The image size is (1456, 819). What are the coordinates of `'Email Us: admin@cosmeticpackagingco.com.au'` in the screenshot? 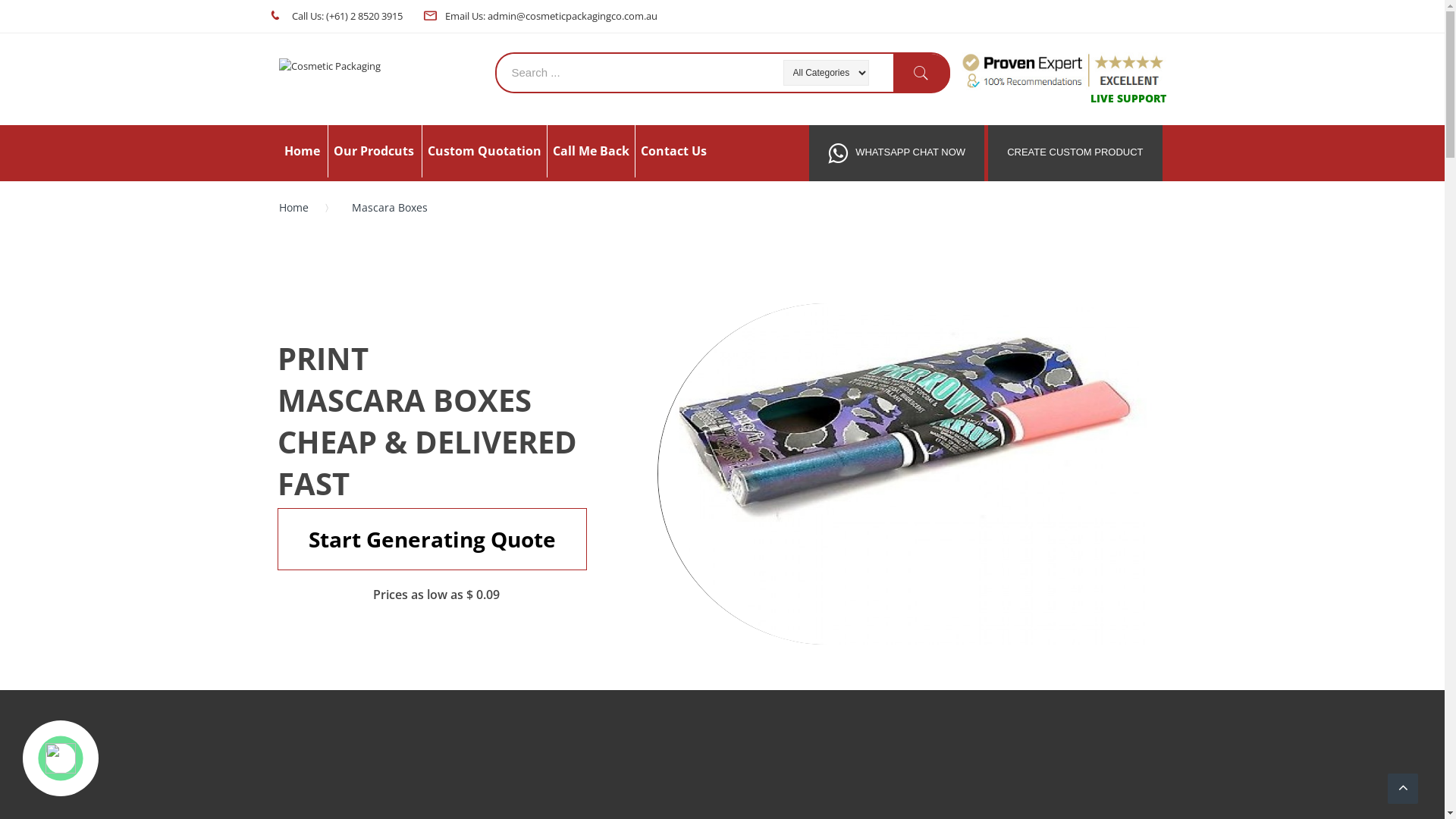 It's located at (549, 15).